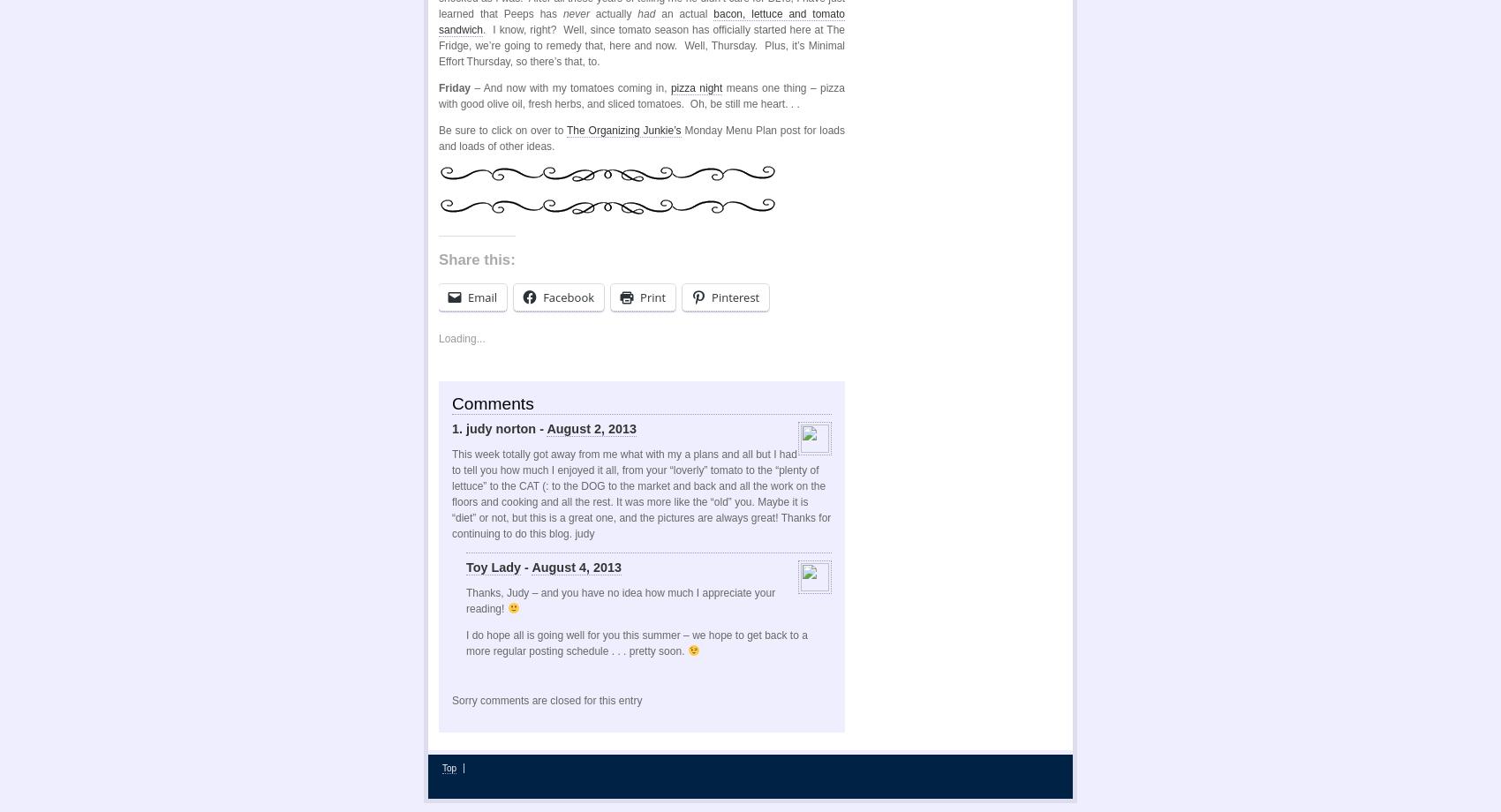 The image size is (1501, 812). I want to click on 'Sorry comments are closed for this entry', so click(546, 700).